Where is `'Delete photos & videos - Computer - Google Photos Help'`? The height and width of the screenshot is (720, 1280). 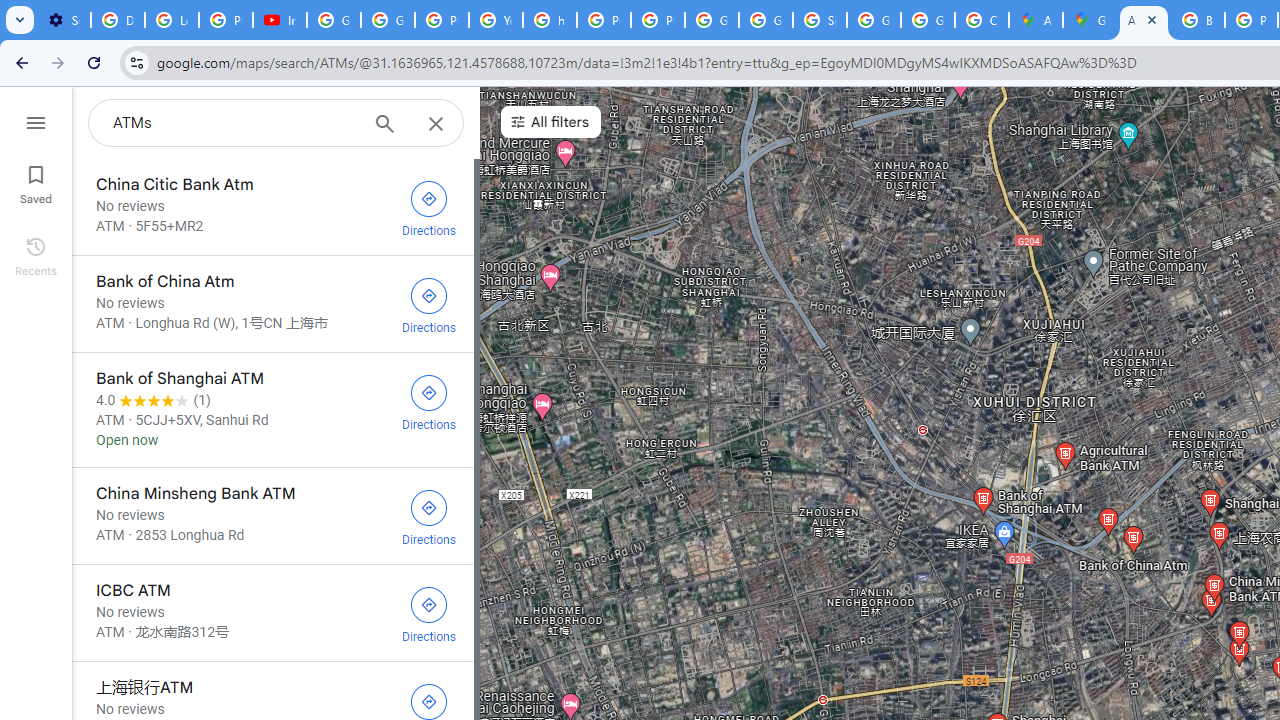 'Delete photos & videos - Computer - Google Photos Help' is located at coordinates (116, 20).